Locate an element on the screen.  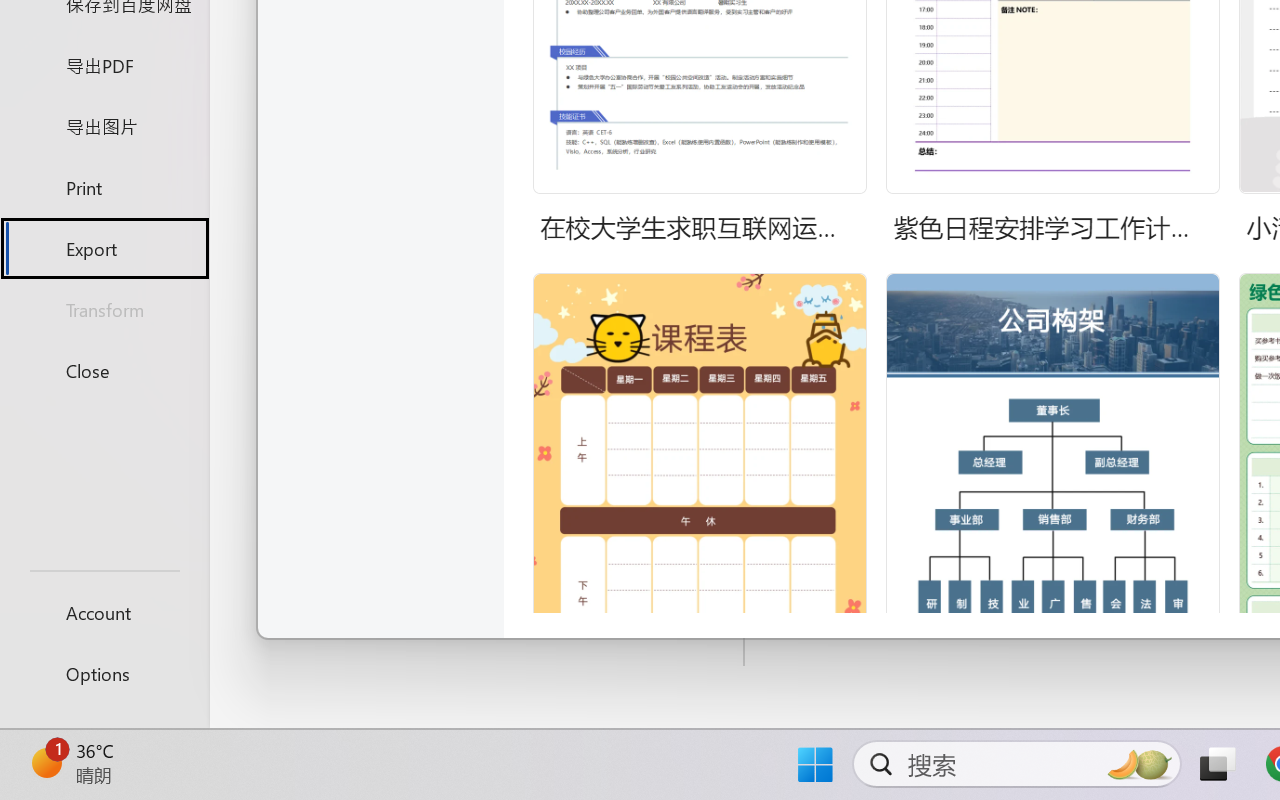
'Options' is located at coordinates (103, 673).